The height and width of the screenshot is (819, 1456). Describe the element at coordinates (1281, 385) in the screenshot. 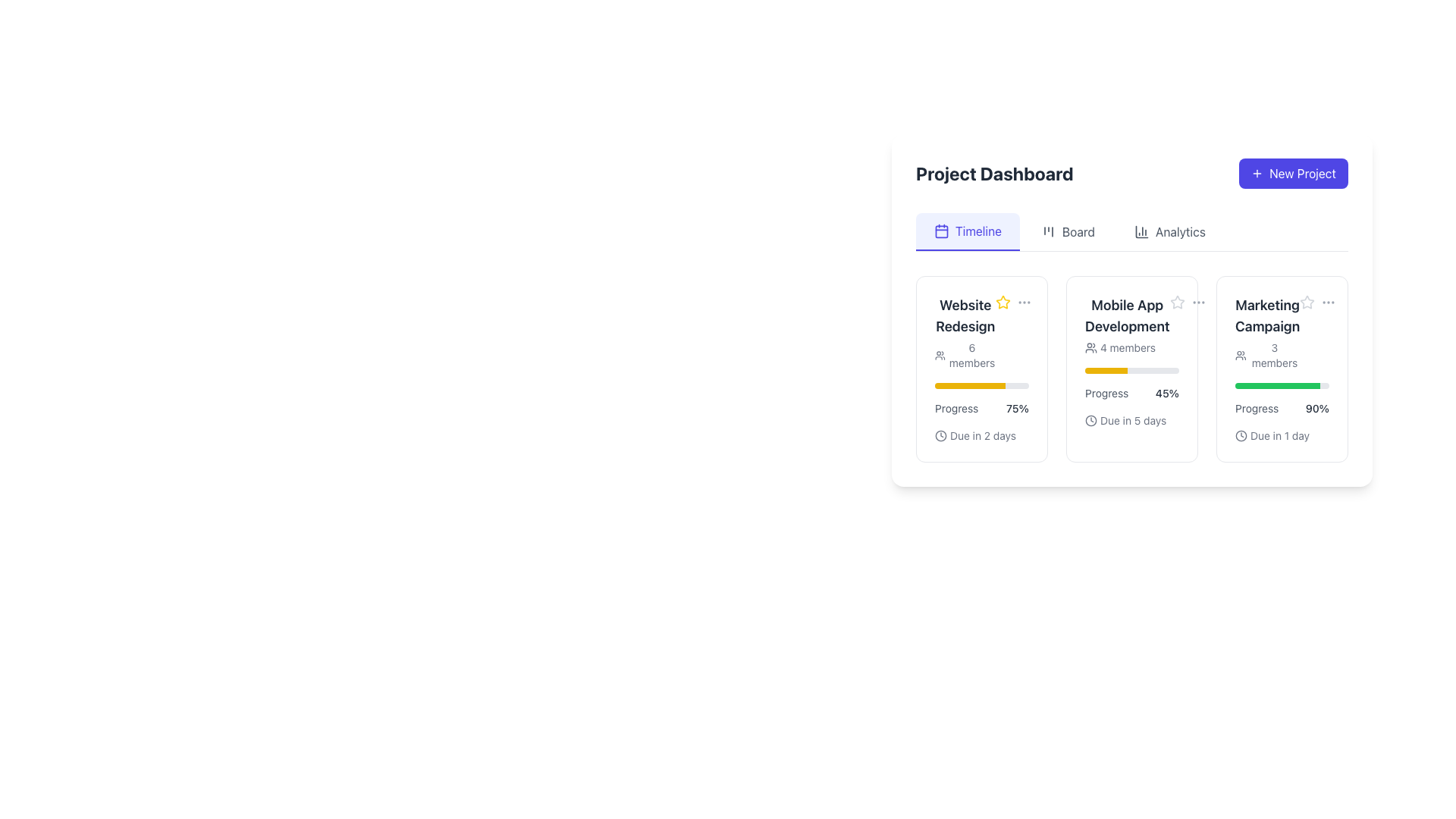

I see `the progress bar indicating a value of 90% located in the 'Marketing Campaign' section of the Project Dashboard` at that location.